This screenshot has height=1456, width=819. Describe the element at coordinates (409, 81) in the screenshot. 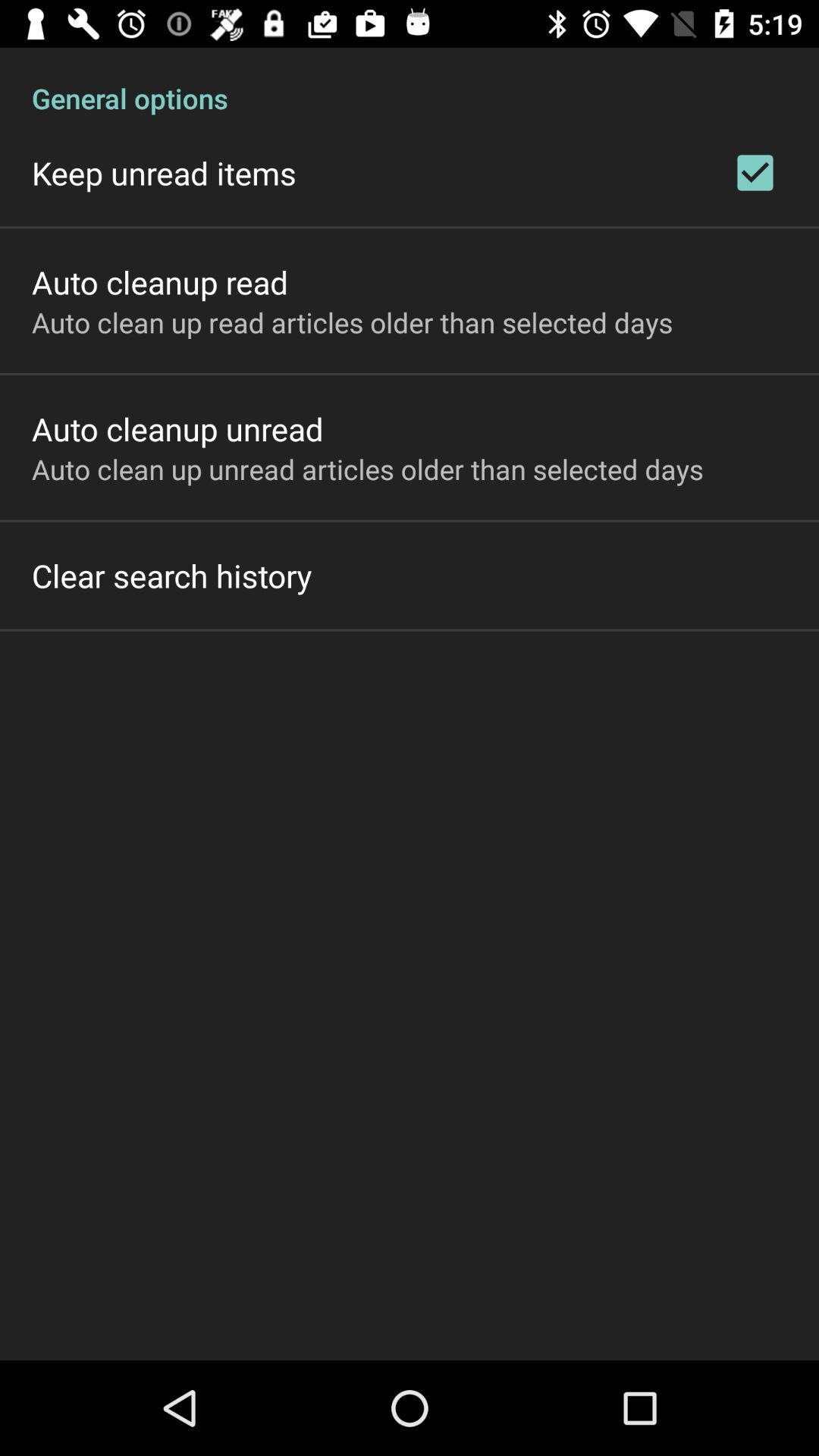

I see `general options item` at that location.